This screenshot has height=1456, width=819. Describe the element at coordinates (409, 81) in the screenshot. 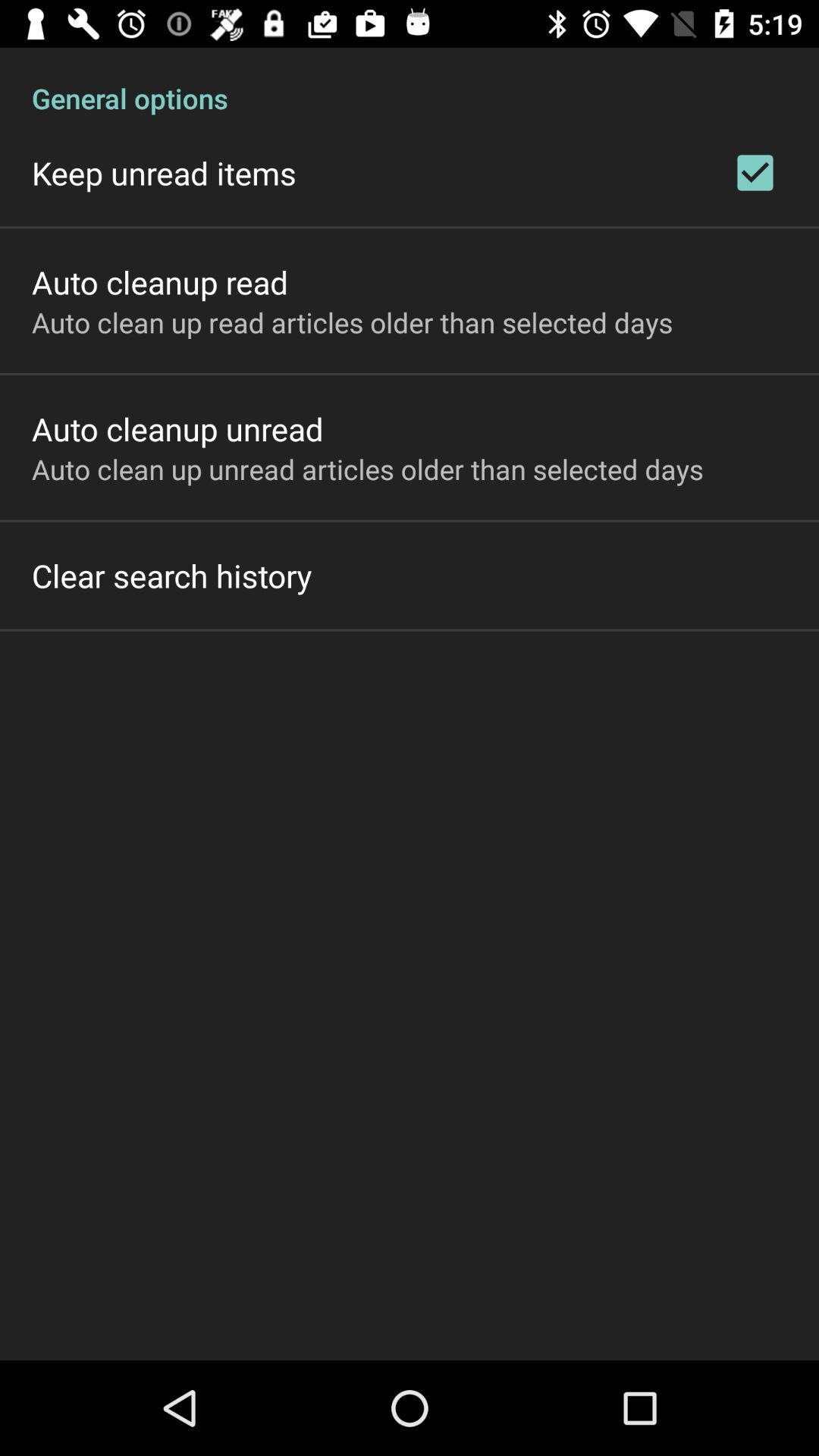

I see `general options item` at that location.